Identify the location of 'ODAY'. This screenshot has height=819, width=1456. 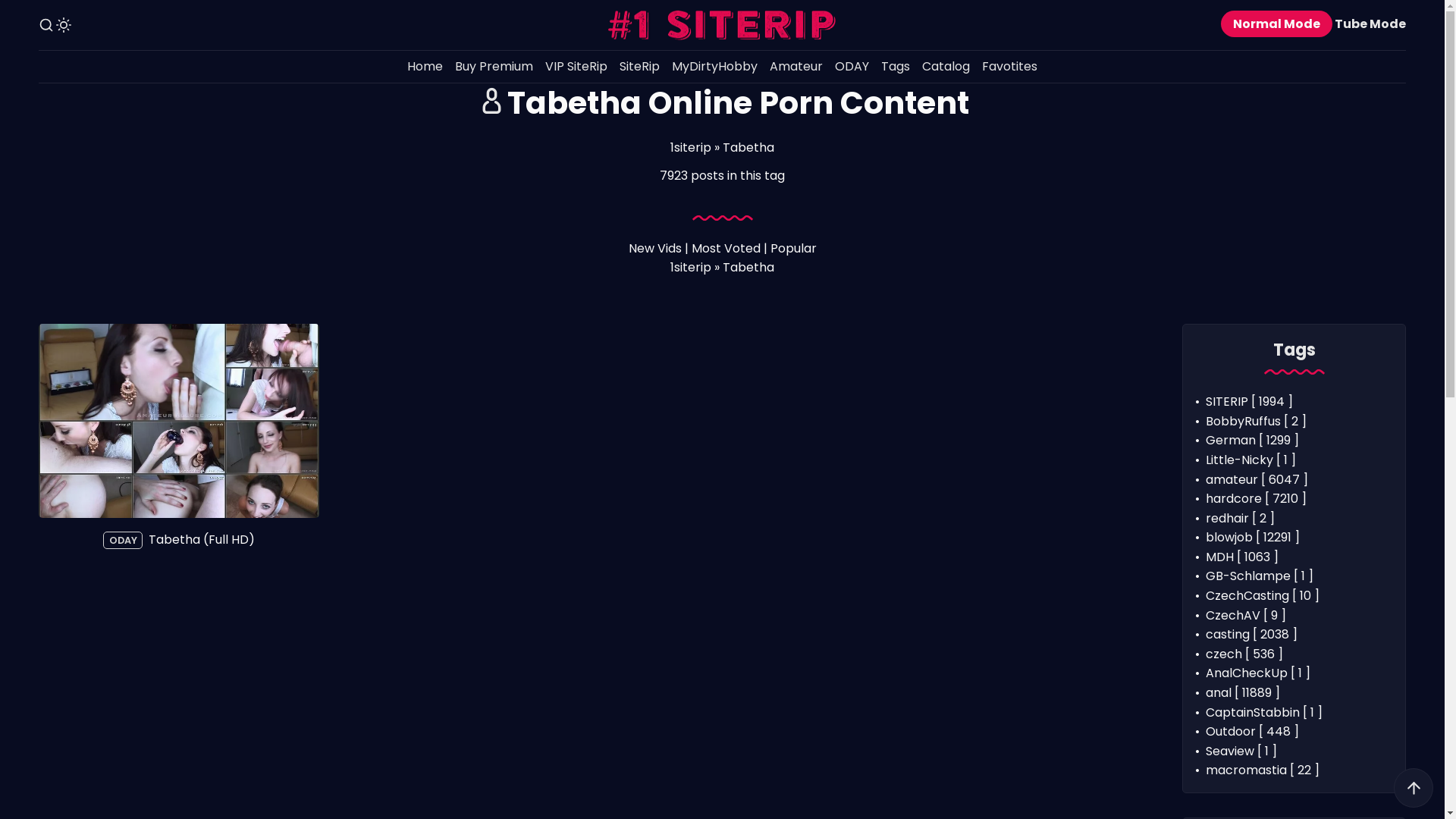
(828, 66).